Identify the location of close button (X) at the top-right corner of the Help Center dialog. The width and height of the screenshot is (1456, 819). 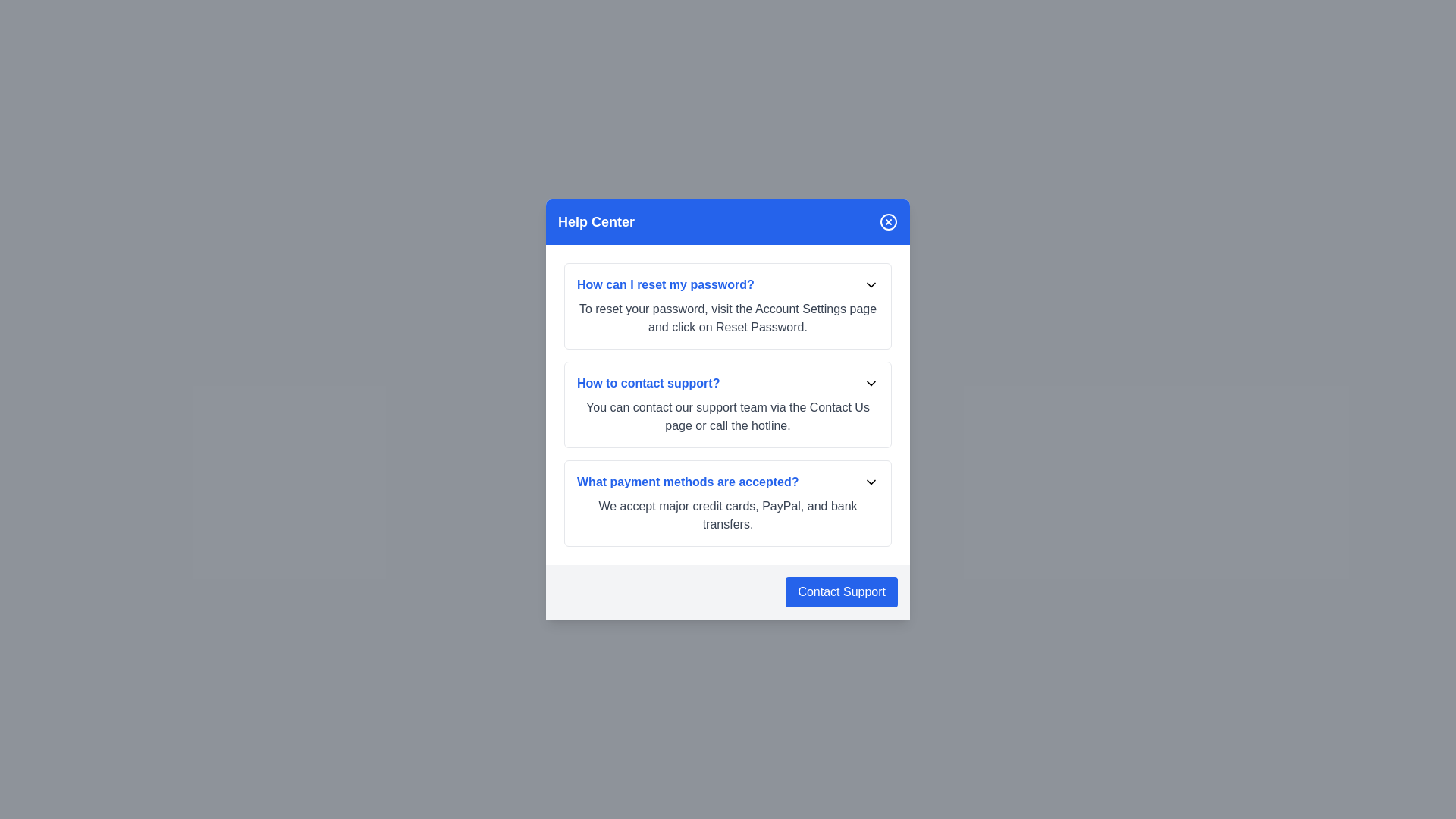
(888, 222).